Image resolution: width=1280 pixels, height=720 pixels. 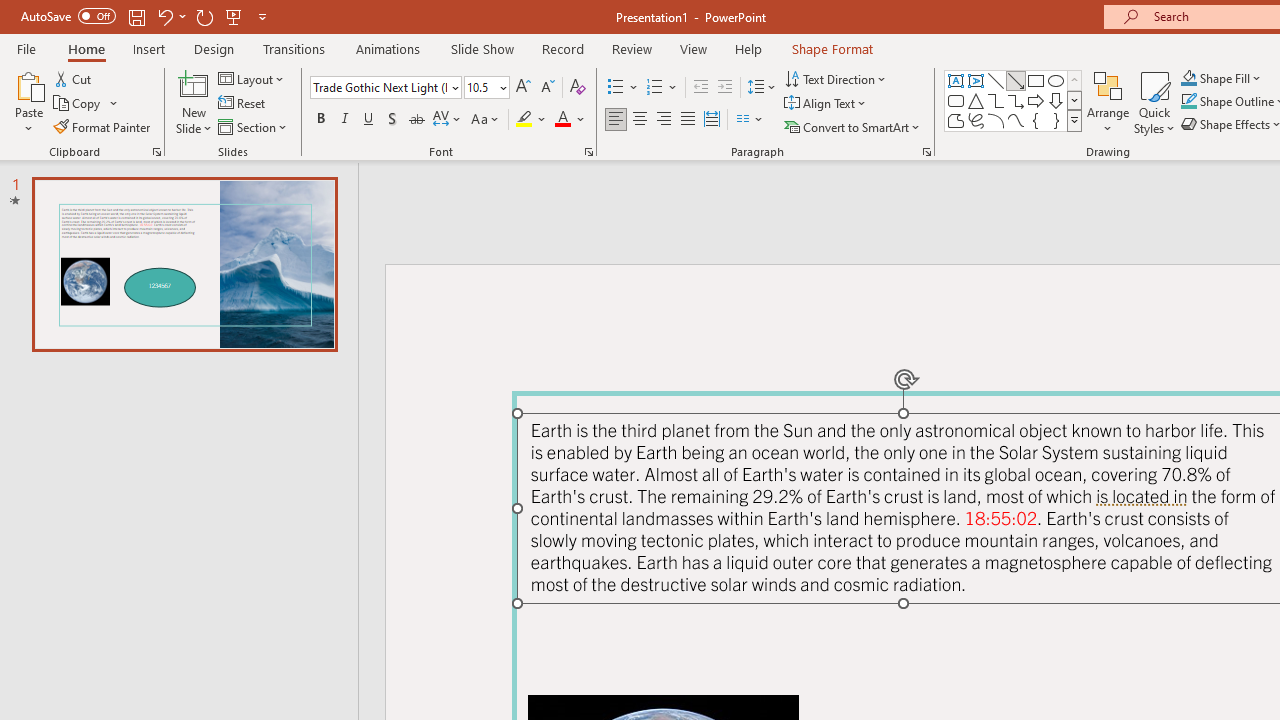 I want to click on 'Shape Fill Aqua, Accent 2', so click(x=1189, y=77).